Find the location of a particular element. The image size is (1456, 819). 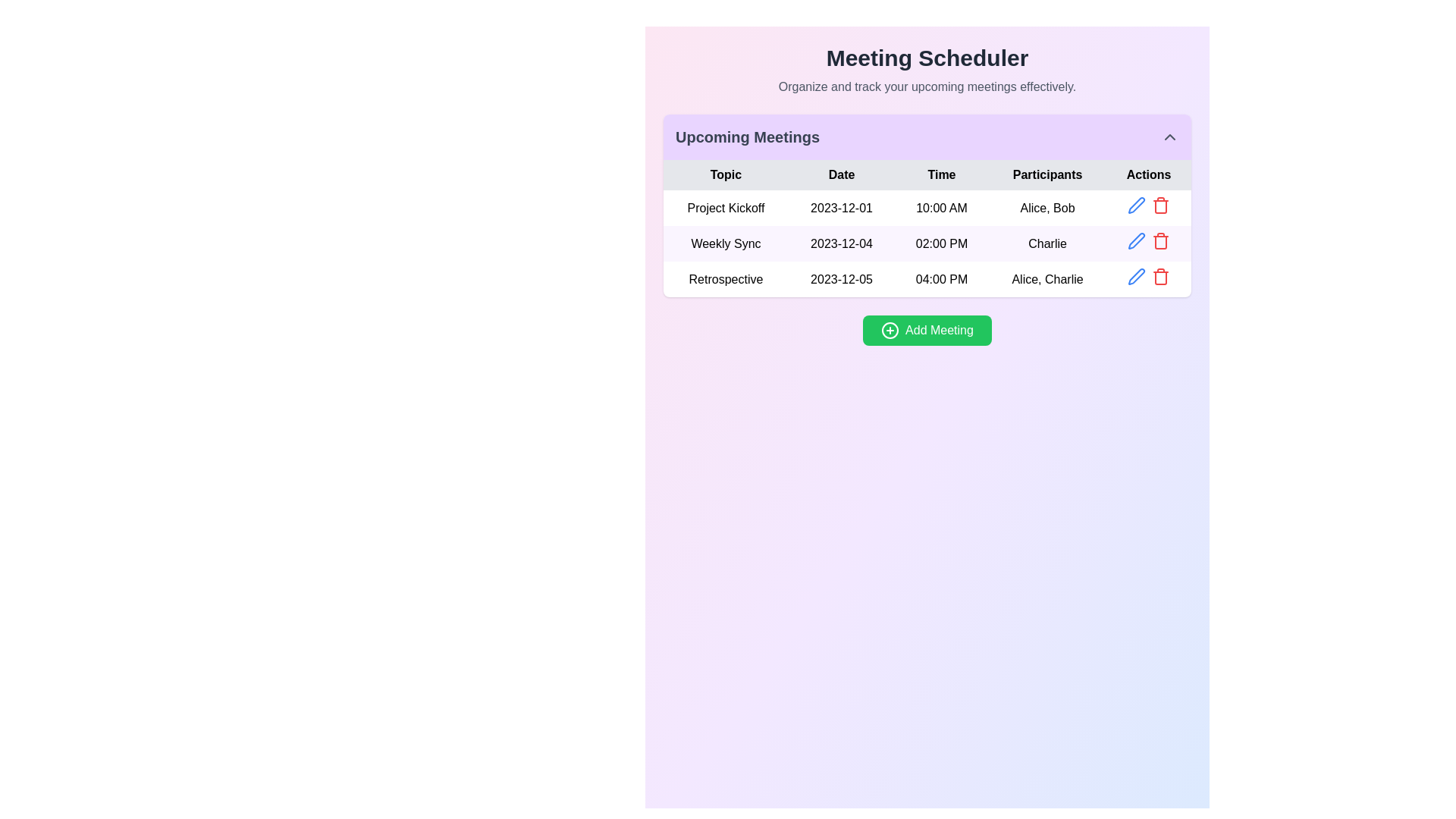

the rows of the data table displaying meeting information within the 'Upcoming Meetings' section to interact with individual cells is located at coordinates (927, 228).